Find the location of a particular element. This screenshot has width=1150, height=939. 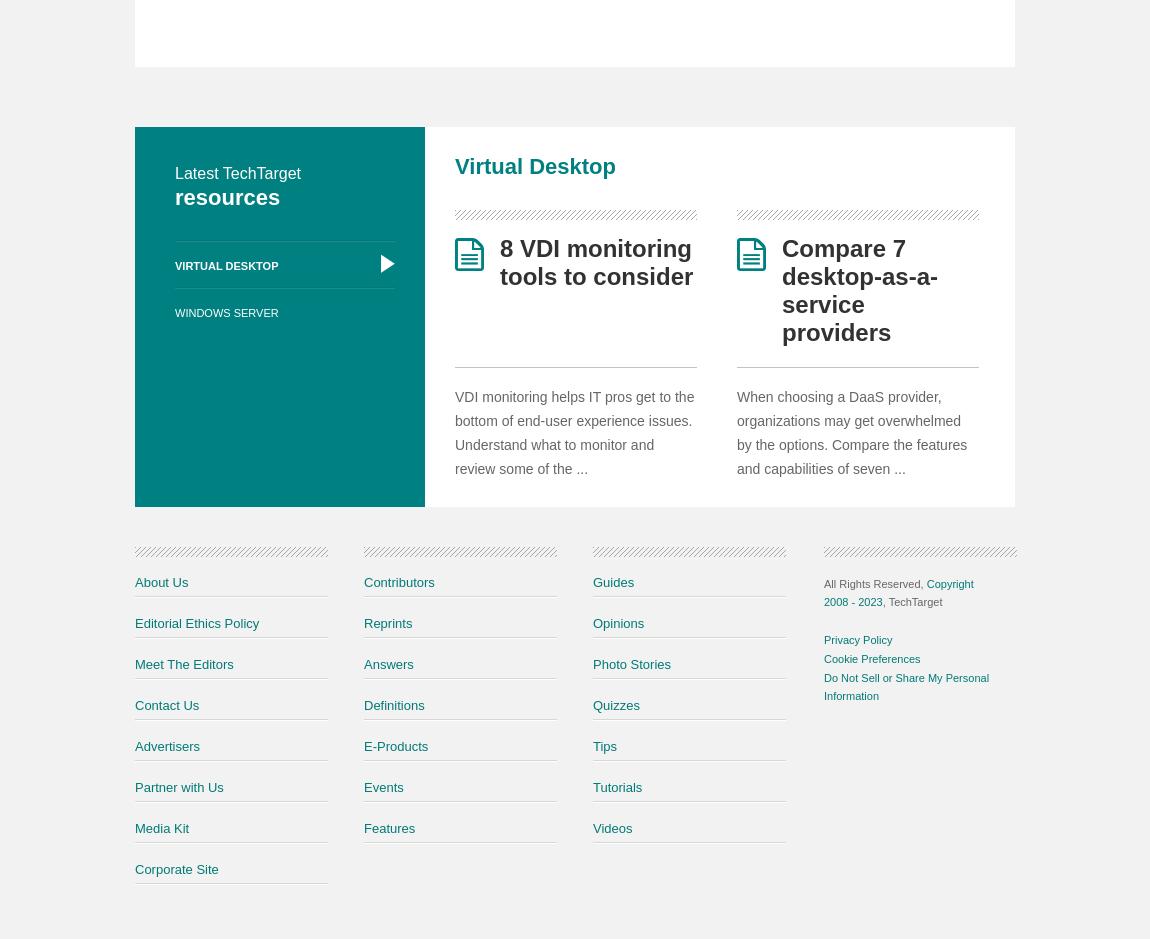

'Editorial Ethics Policy' is located at coordinates (134, 621).